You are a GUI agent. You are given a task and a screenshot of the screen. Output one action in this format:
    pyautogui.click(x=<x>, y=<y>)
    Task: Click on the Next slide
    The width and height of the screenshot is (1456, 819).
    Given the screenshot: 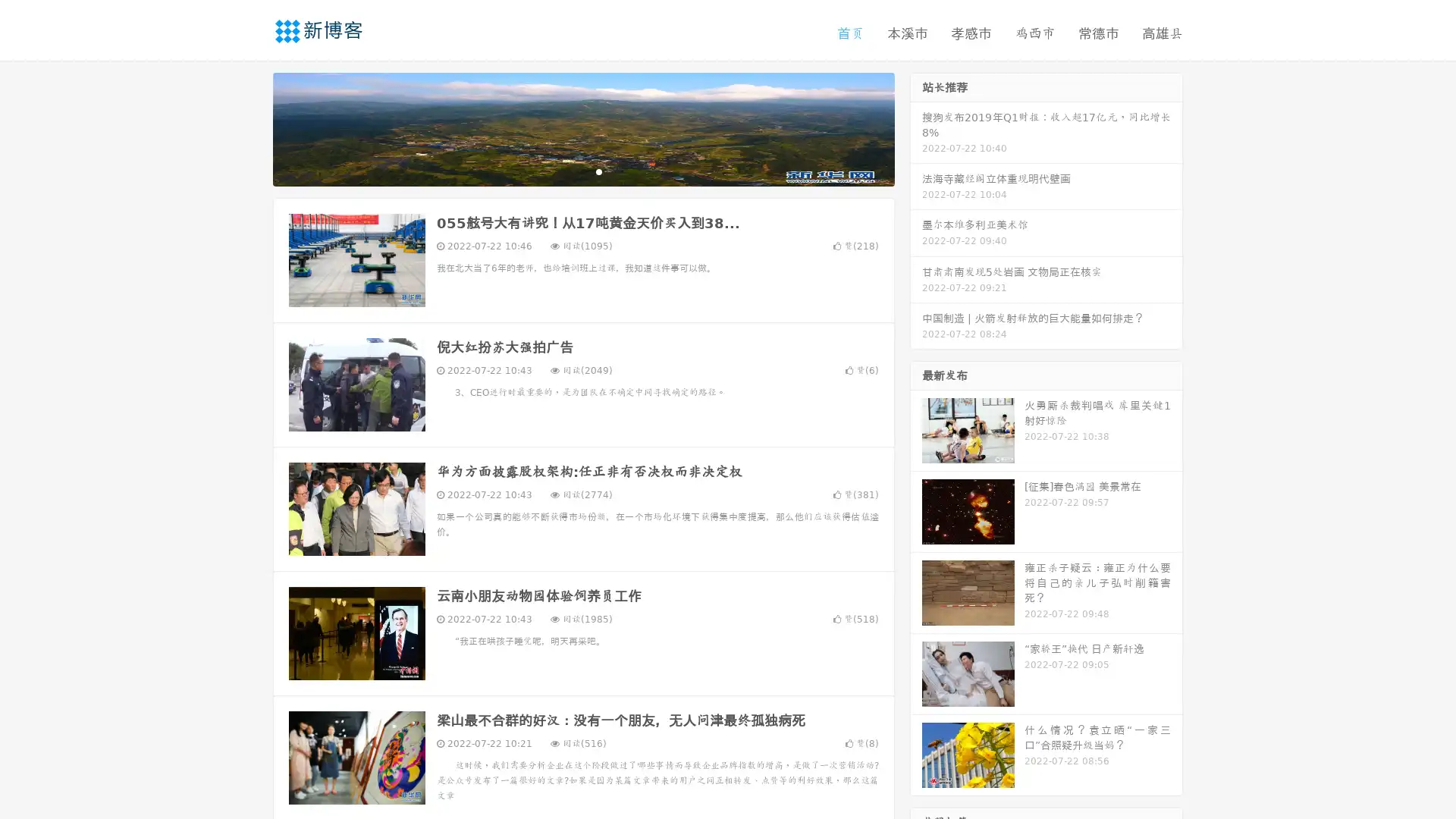 What is the action you would take?
    pyautogui.click(x=916, y=127)
    